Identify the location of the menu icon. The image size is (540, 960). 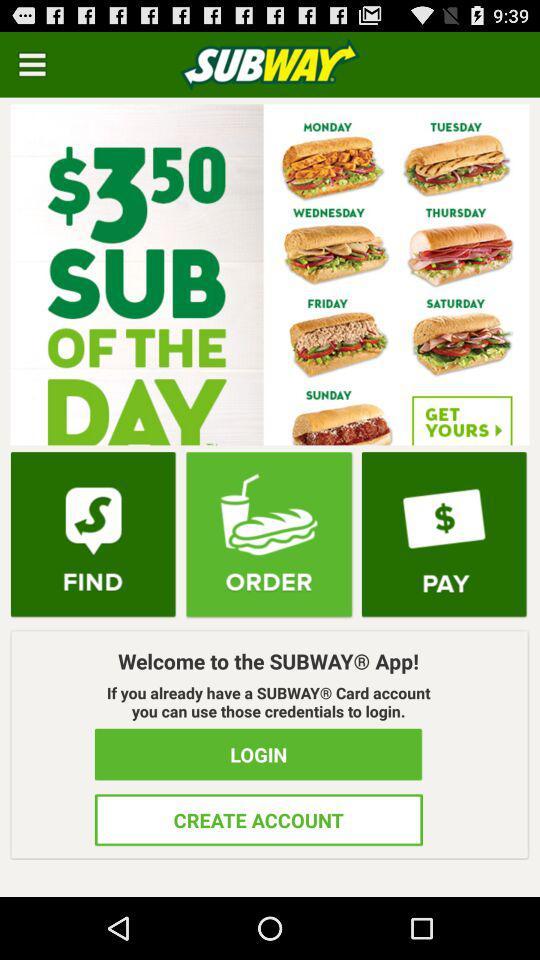
(31, 68).